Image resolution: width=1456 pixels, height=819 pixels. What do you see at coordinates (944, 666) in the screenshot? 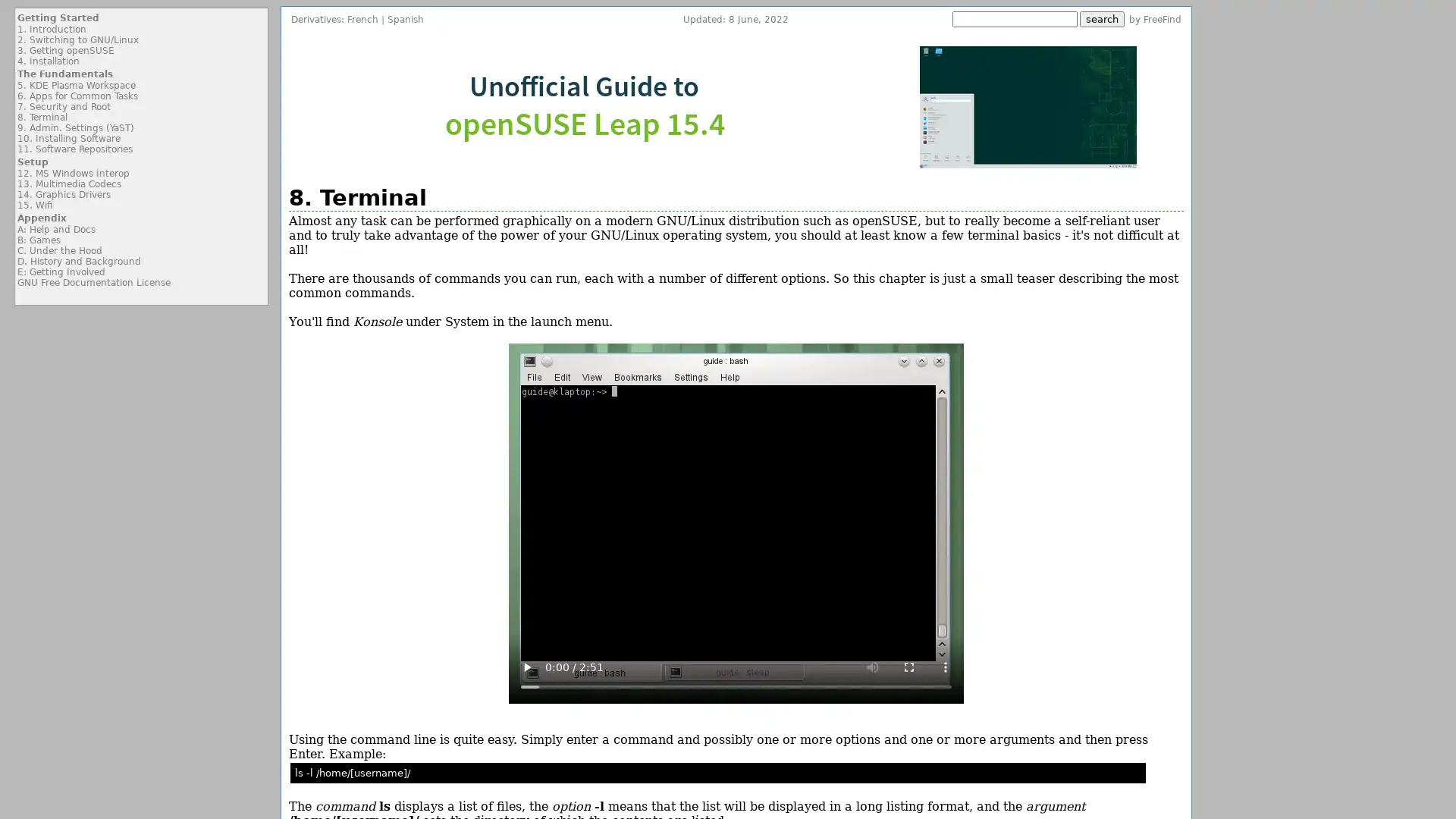
I see `show more media controls` at bounding box center [944, 666].